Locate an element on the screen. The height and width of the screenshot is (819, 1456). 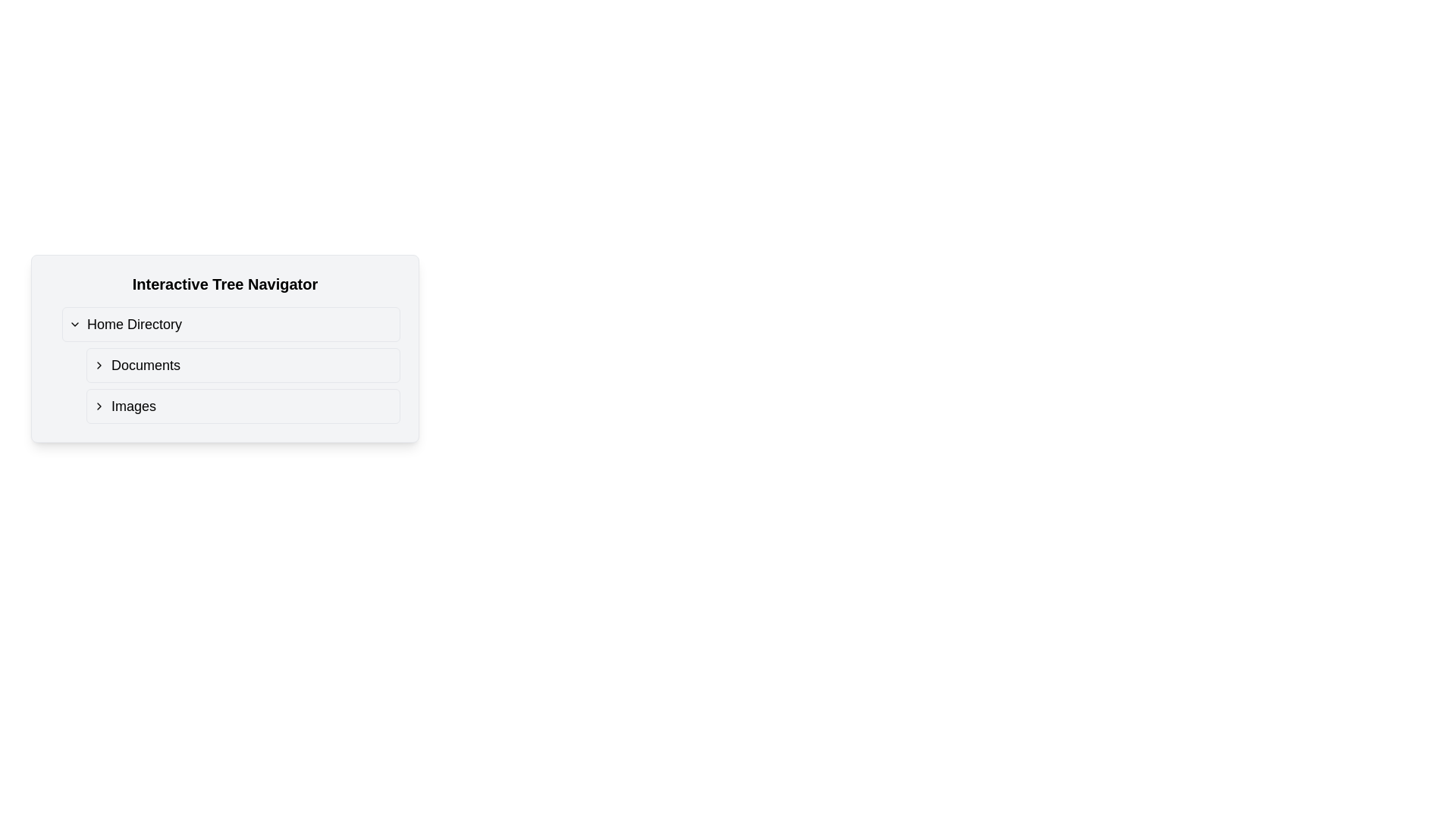
the downward-pointing chevron icon is located at coordinates (74, 324).